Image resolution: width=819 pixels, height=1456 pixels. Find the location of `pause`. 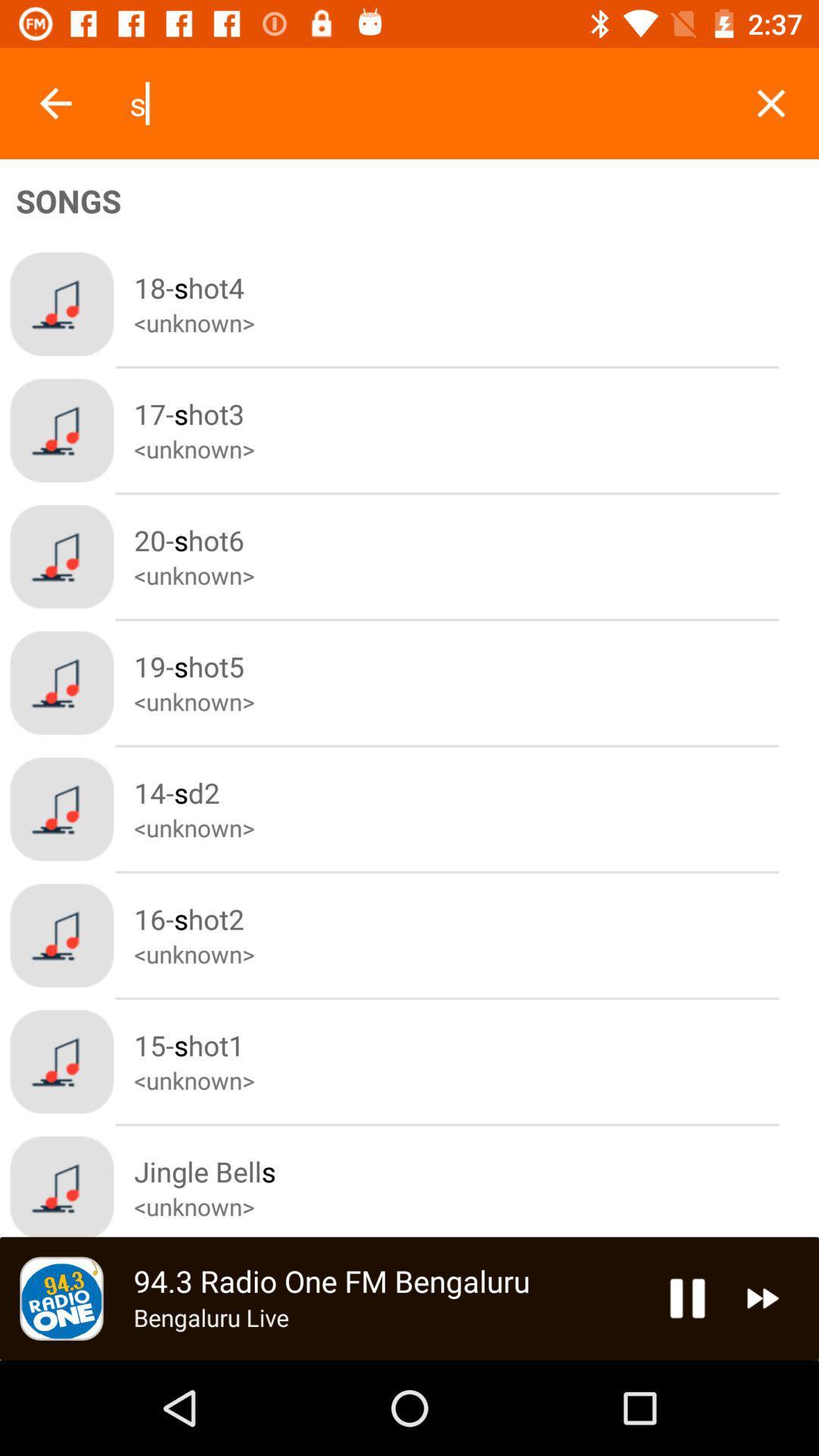

pause is located at coordinates (687, 1298).